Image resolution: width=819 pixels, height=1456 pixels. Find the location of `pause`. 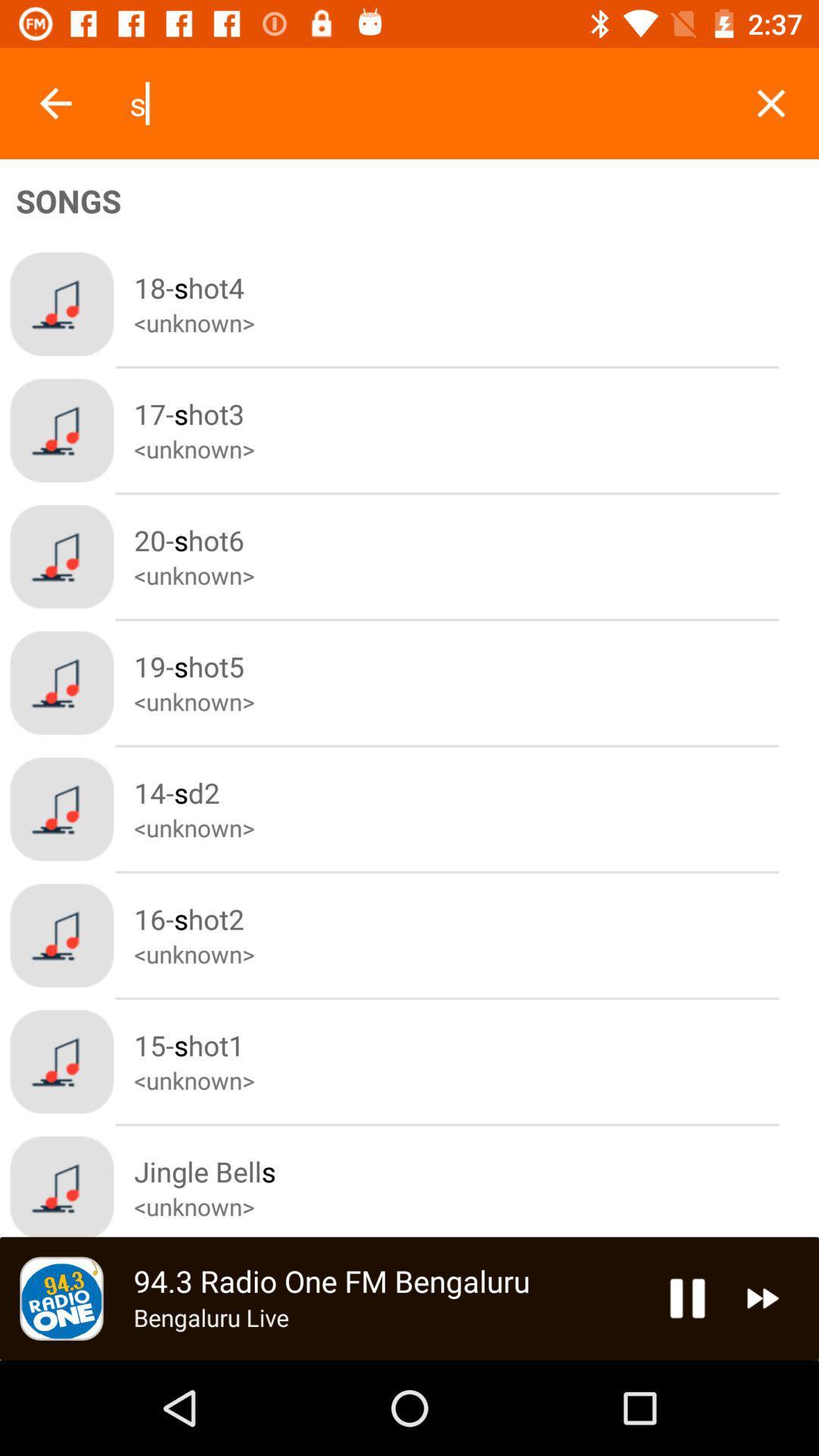

pause is located at coordinates (687, 1298).